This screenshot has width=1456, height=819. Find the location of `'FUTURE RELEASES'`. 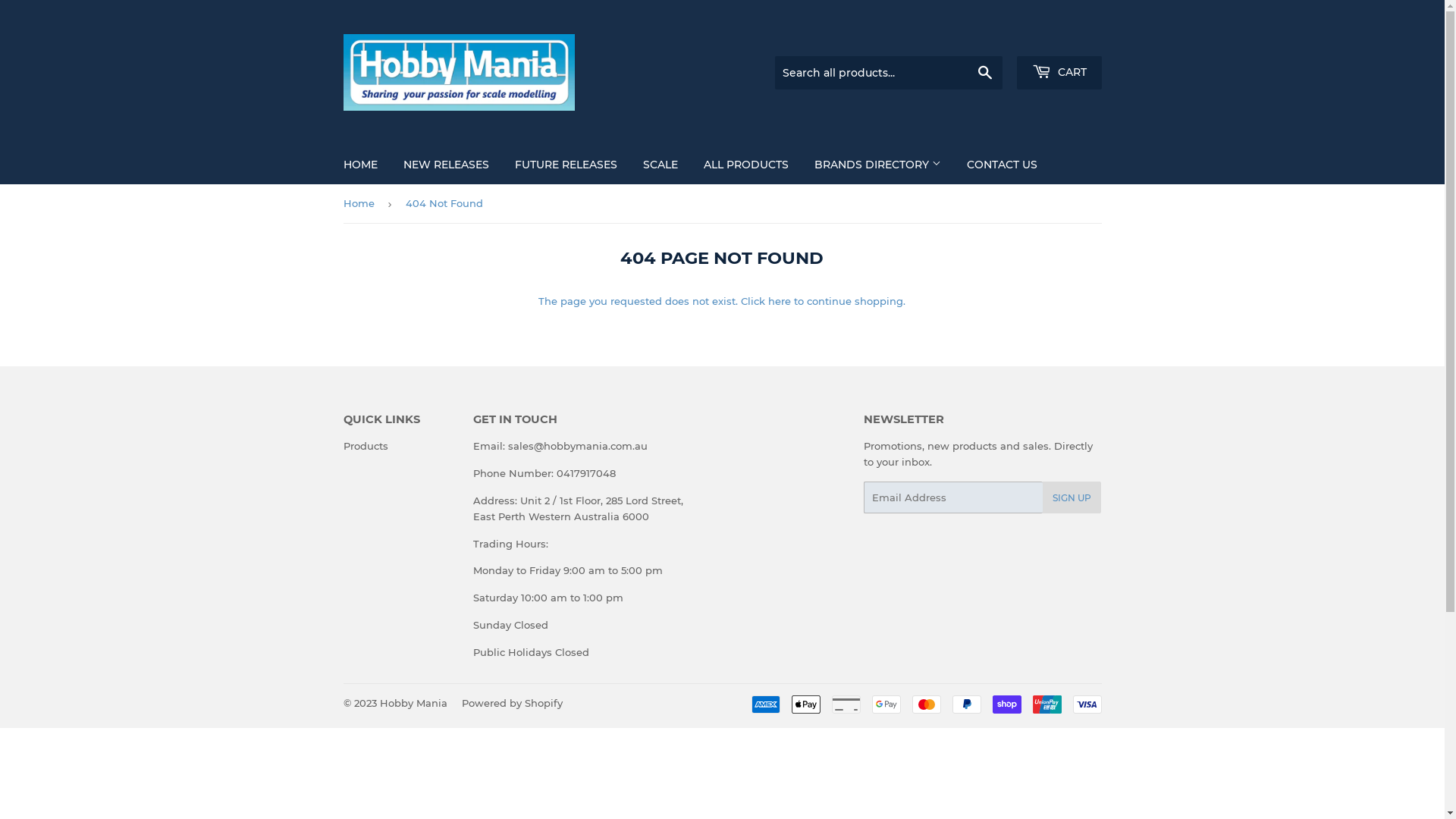

'FUTURE RELEASES' is located at coordinates (565, 164).